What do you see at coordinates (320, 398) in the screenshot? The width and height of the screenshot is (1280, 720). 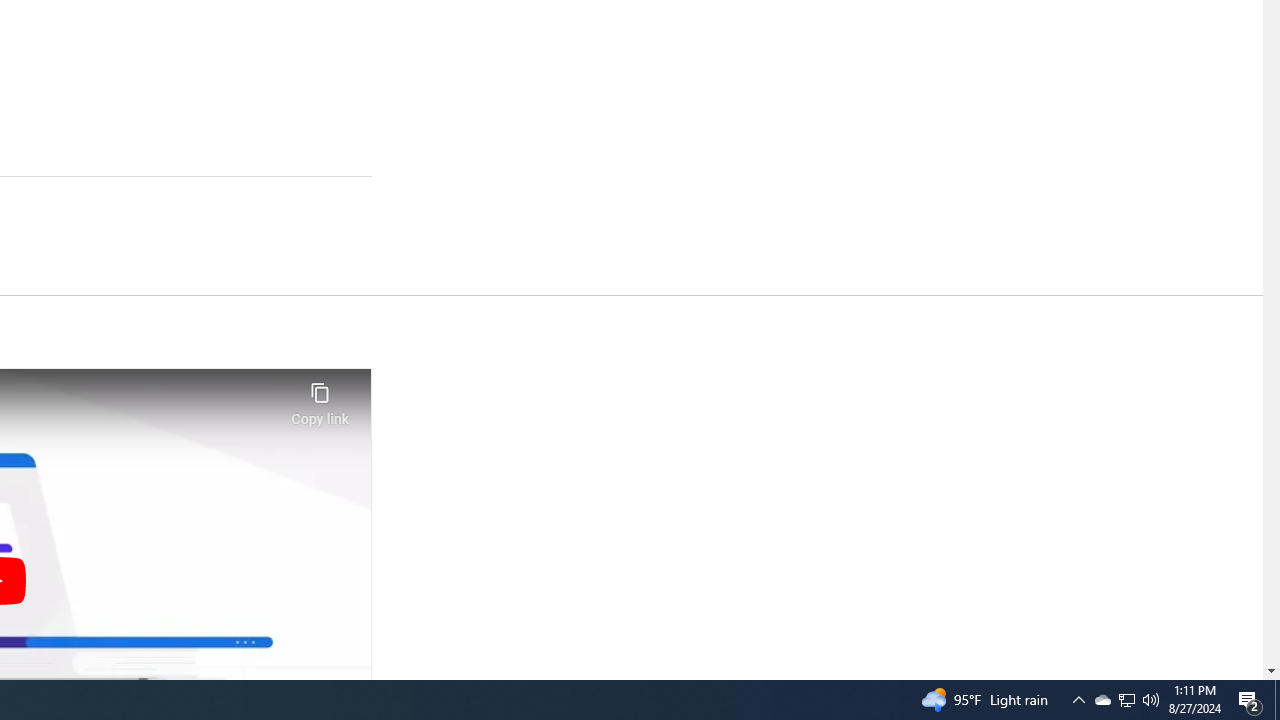 I see `'Copy link'` at bounding box center [320, 398].